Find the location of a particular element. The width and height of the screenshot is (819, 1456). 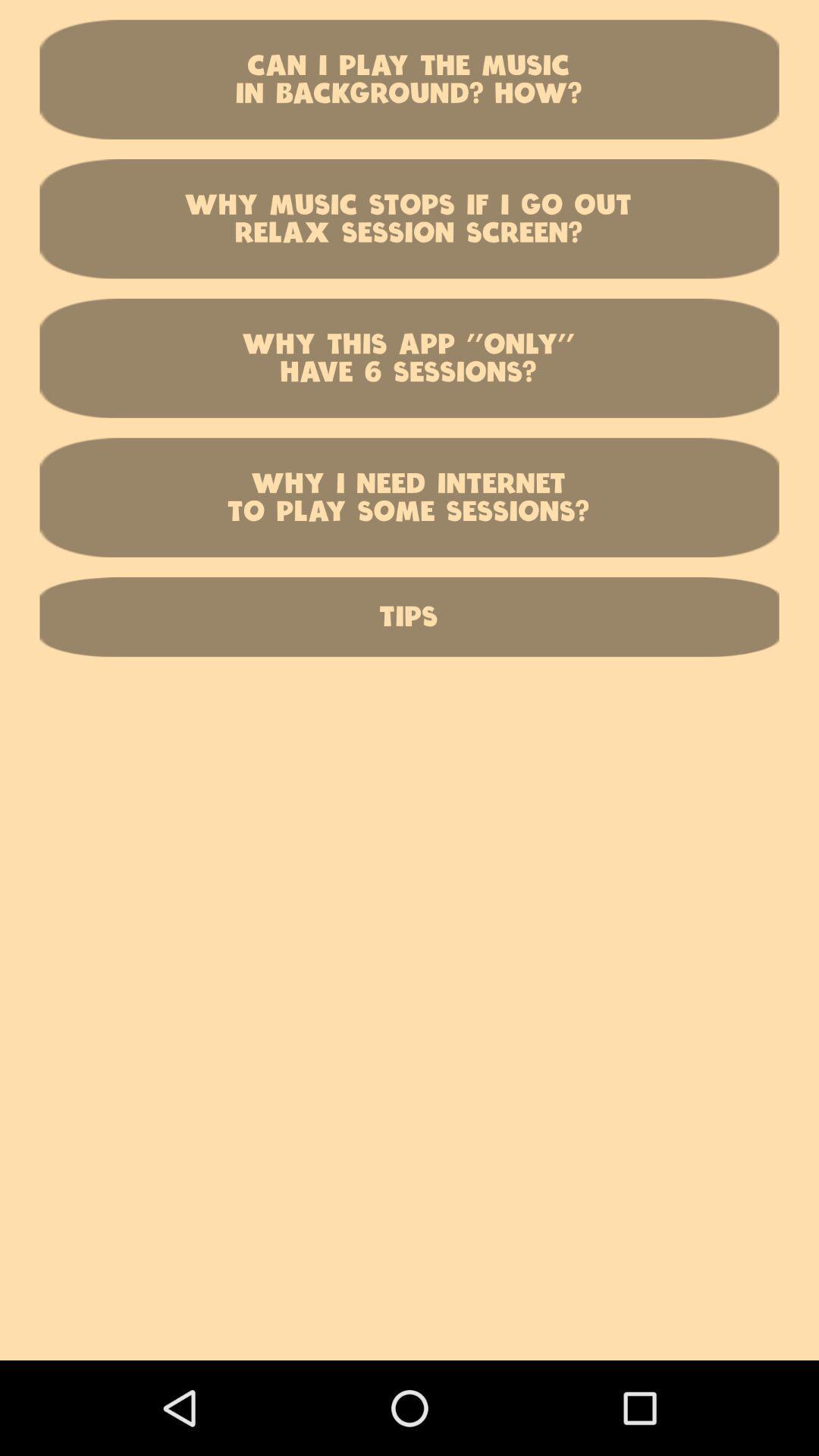

why music stops item is located at coordinates (409, 218).